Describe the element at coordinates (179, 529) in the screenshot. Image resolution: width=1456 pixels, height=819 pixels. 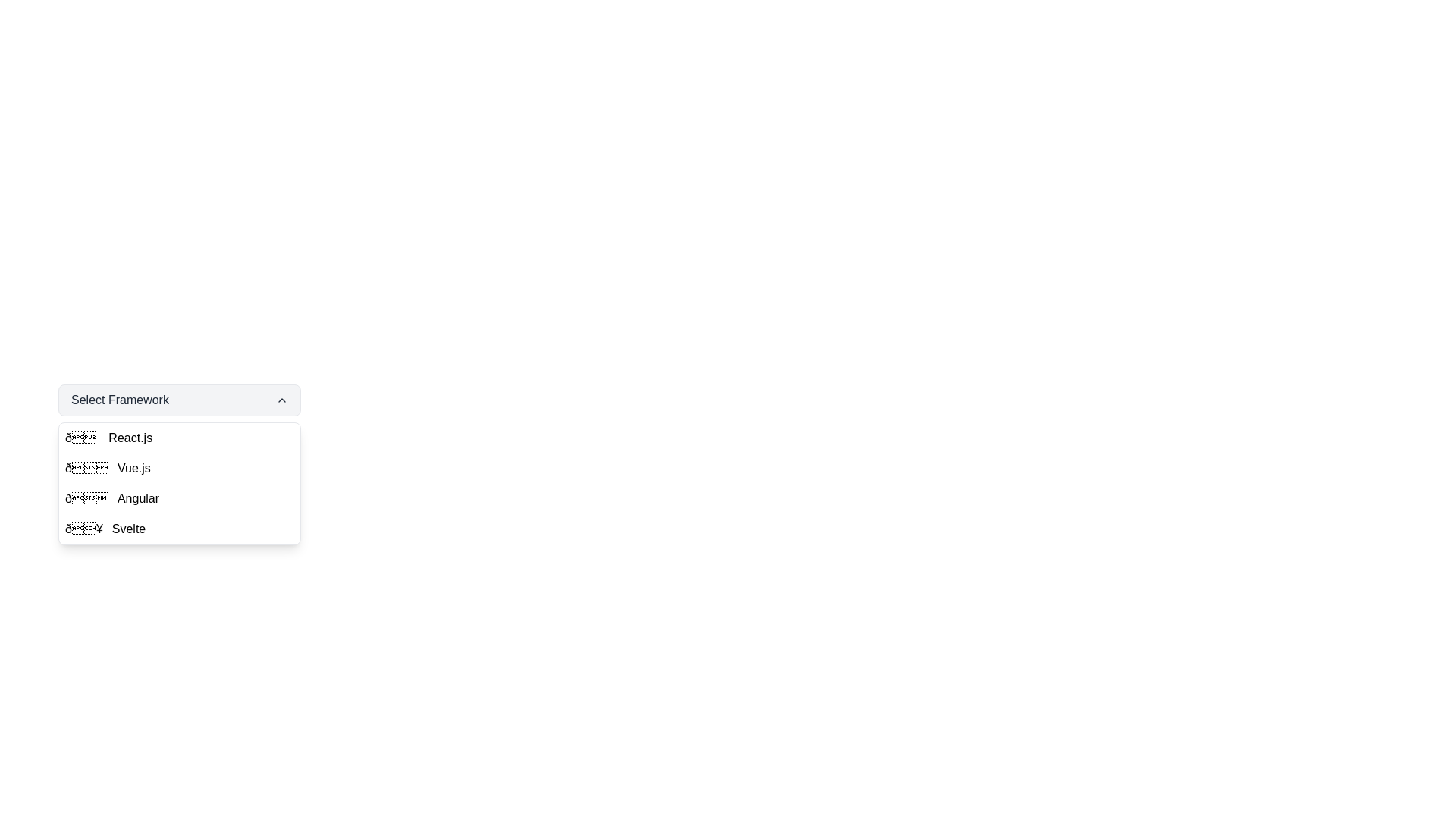
I see `the dropdown menu item labeled 'Svelte'` at that location.